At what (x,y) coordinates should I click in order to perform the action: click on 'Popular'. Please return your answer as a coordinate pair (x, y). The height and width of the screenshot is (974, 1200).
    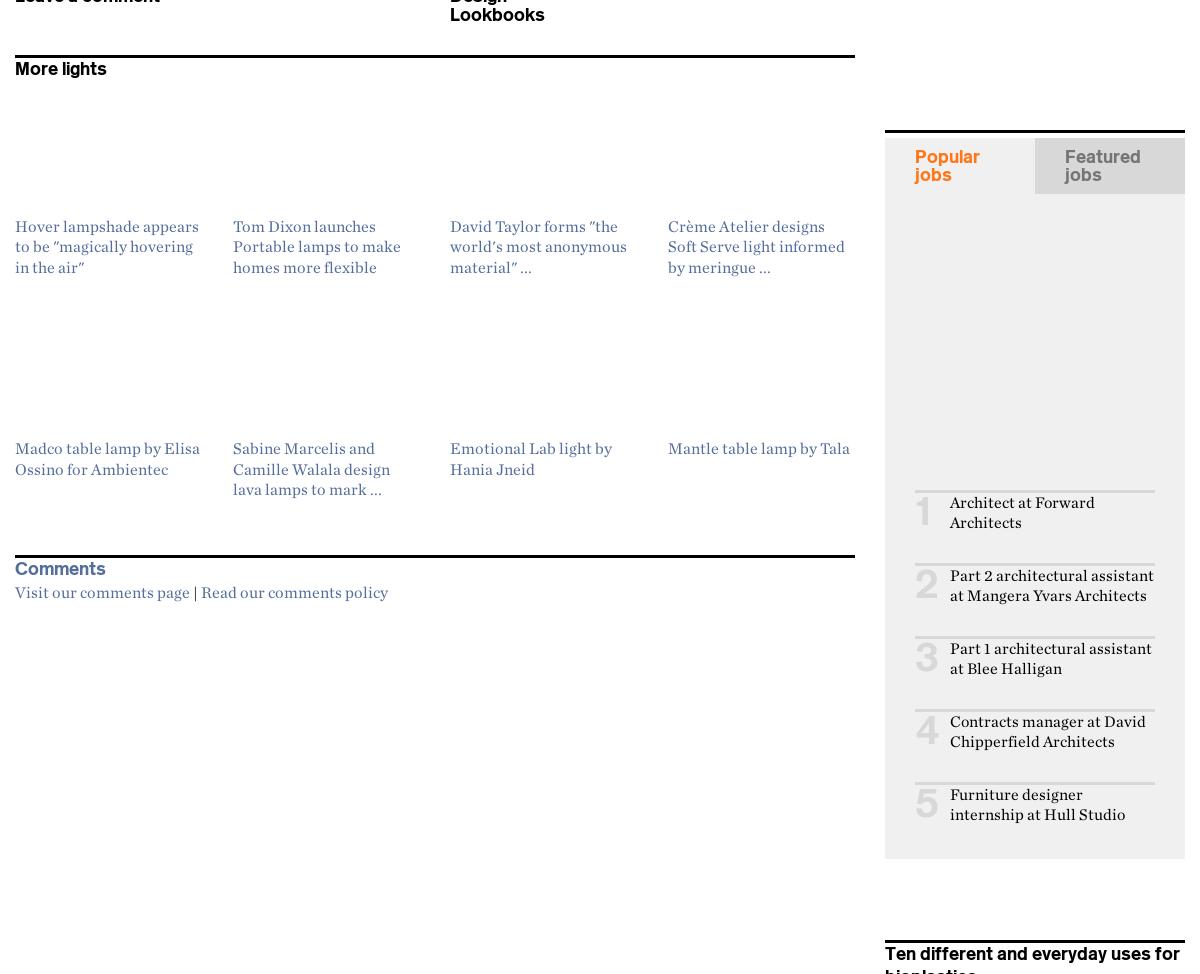
    Looking at the image, I should click on (915, 155).